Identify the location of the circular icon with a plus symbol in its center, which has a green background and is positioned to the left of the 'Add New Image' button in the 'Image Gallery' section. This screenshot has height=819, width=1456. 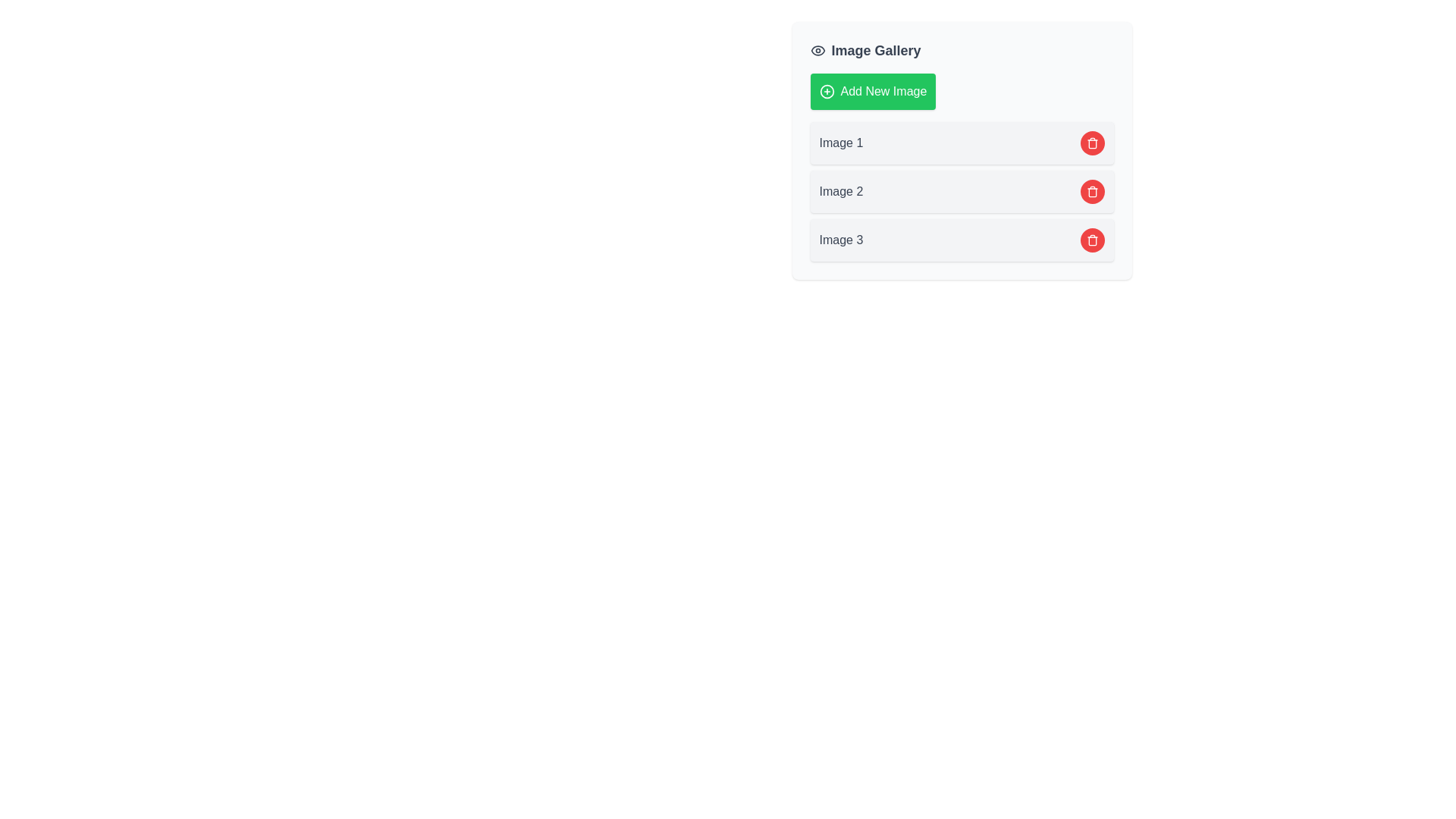
(826, 91).